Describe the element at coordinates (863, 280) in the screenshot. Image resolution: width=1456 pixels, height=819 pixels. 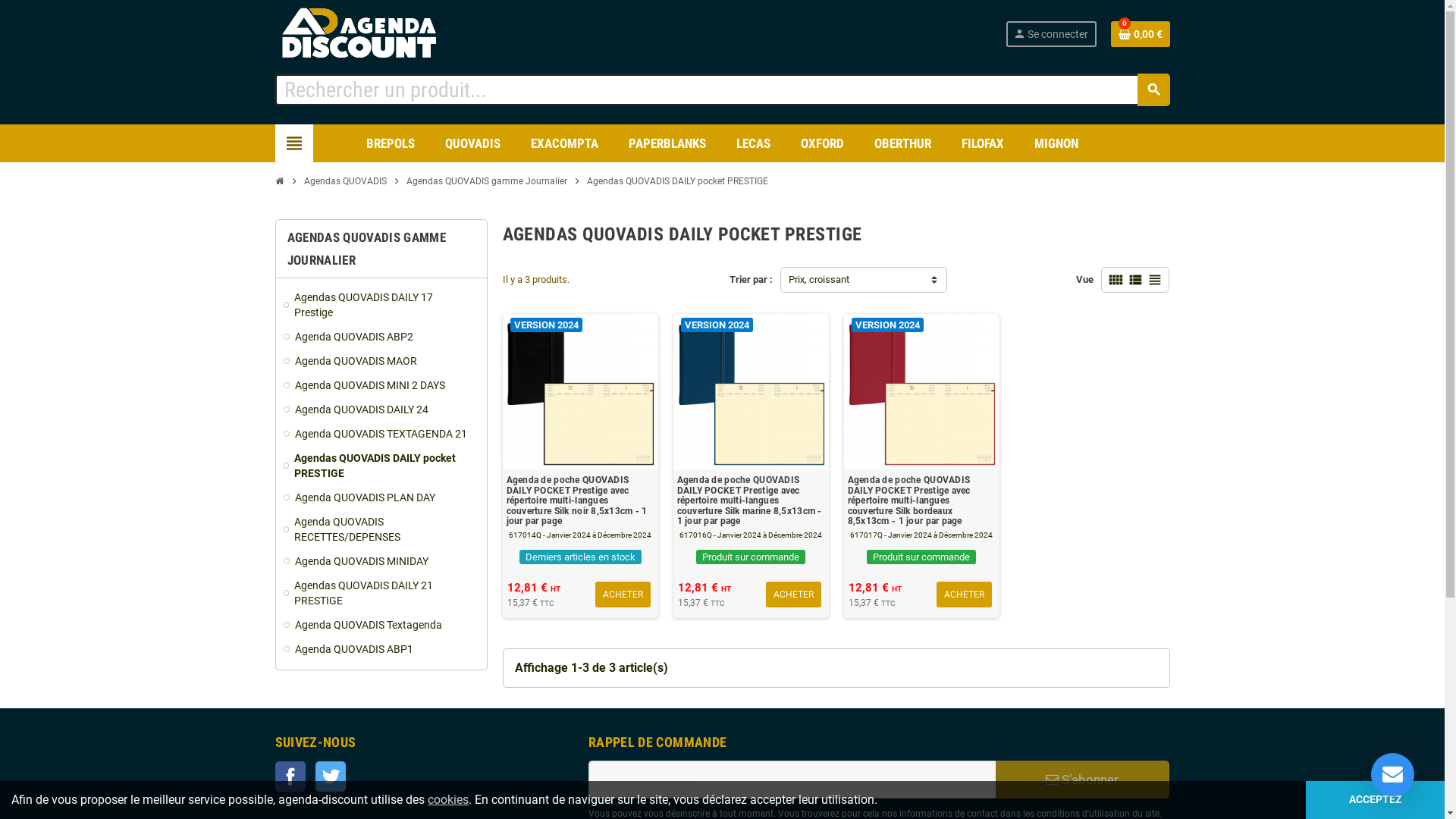
I see `'Prix, croissant'` at that location.